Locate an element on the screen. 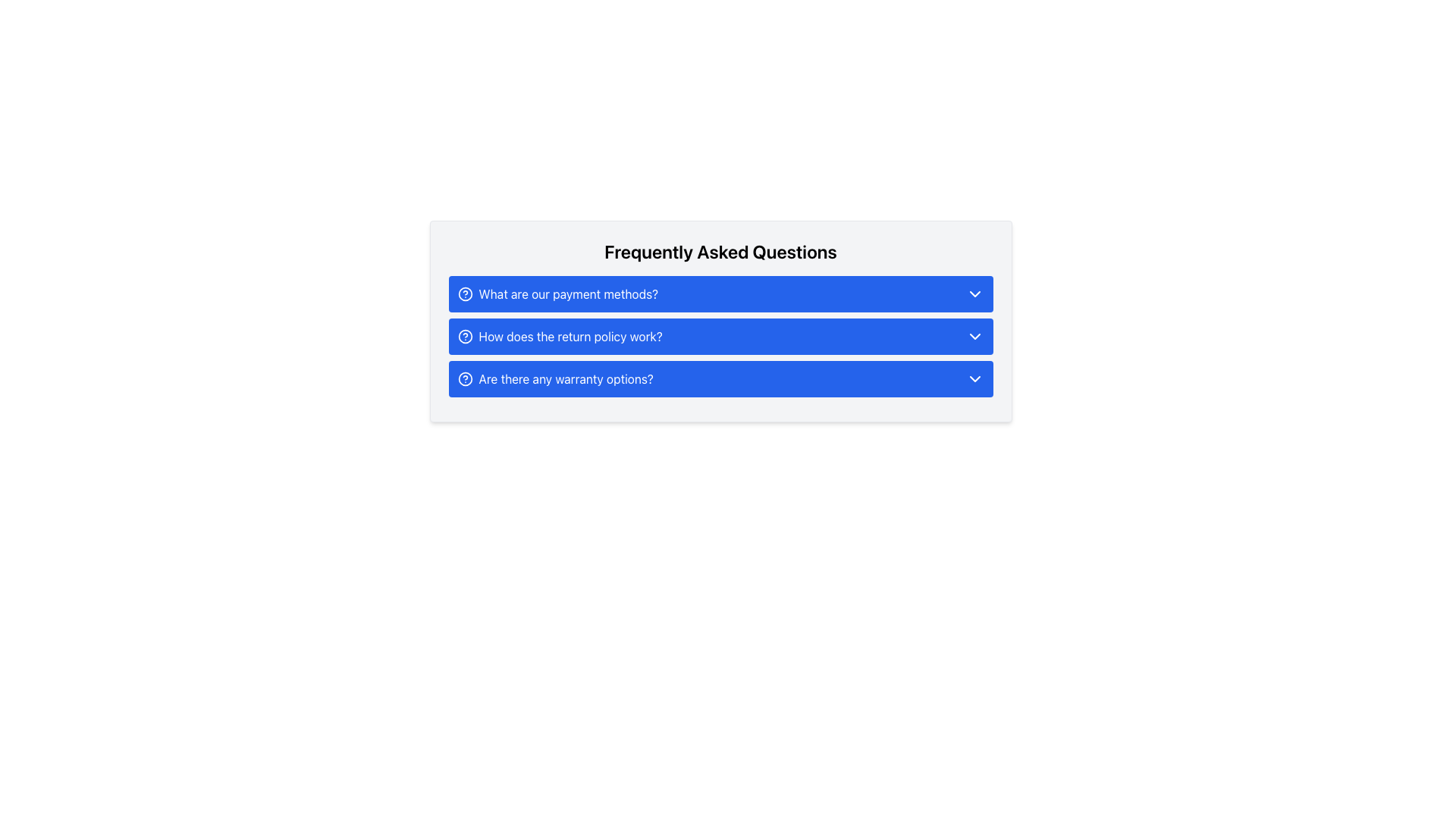 Image resolution: width=1456 pixels, height=819 pixels. the circular help icon located to the left of the blue button labeled 'Are there any warranty options?' is located at coordinates (464, 378).